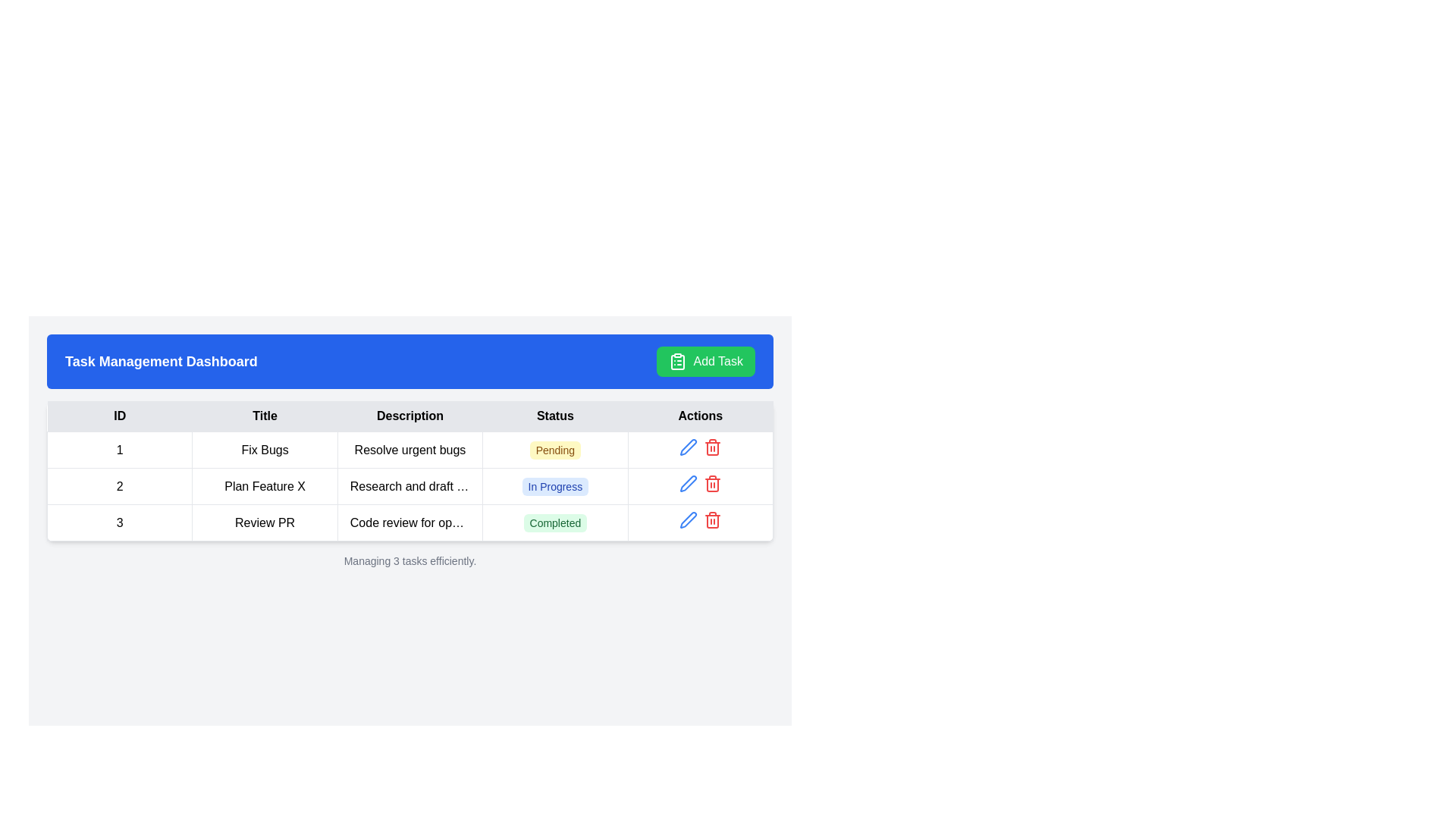  I want to click on bold text label 'Task Management Dashboard' displayed in large white font on a blue background, located at the center-left of the blue banner at the top of the main content area, so click(161, 362).